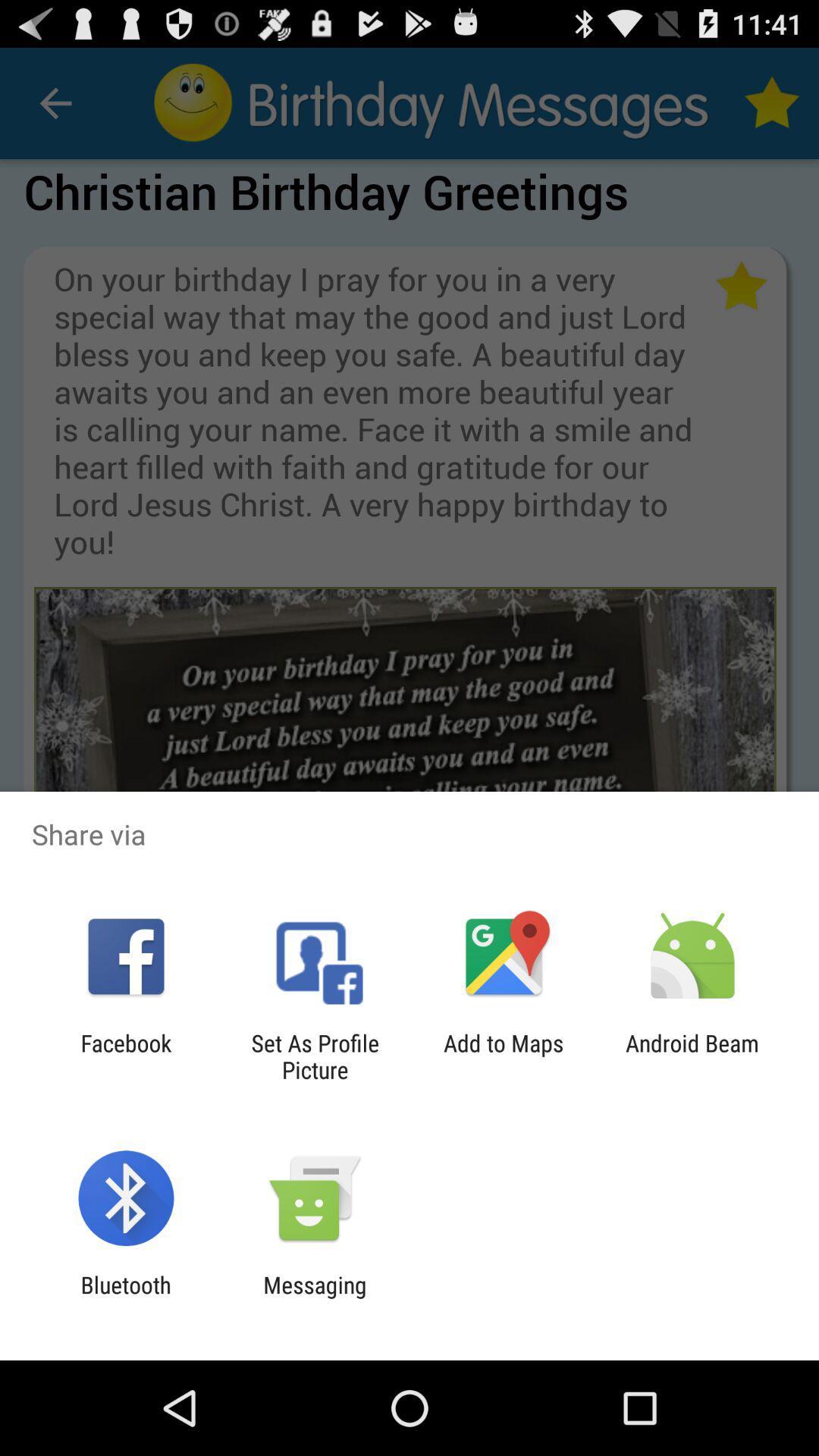  What do you see at coordinates (314, 1056) in the screenshot?
I see `the icon next to add to maps app` at bounding box center [314, 1056].